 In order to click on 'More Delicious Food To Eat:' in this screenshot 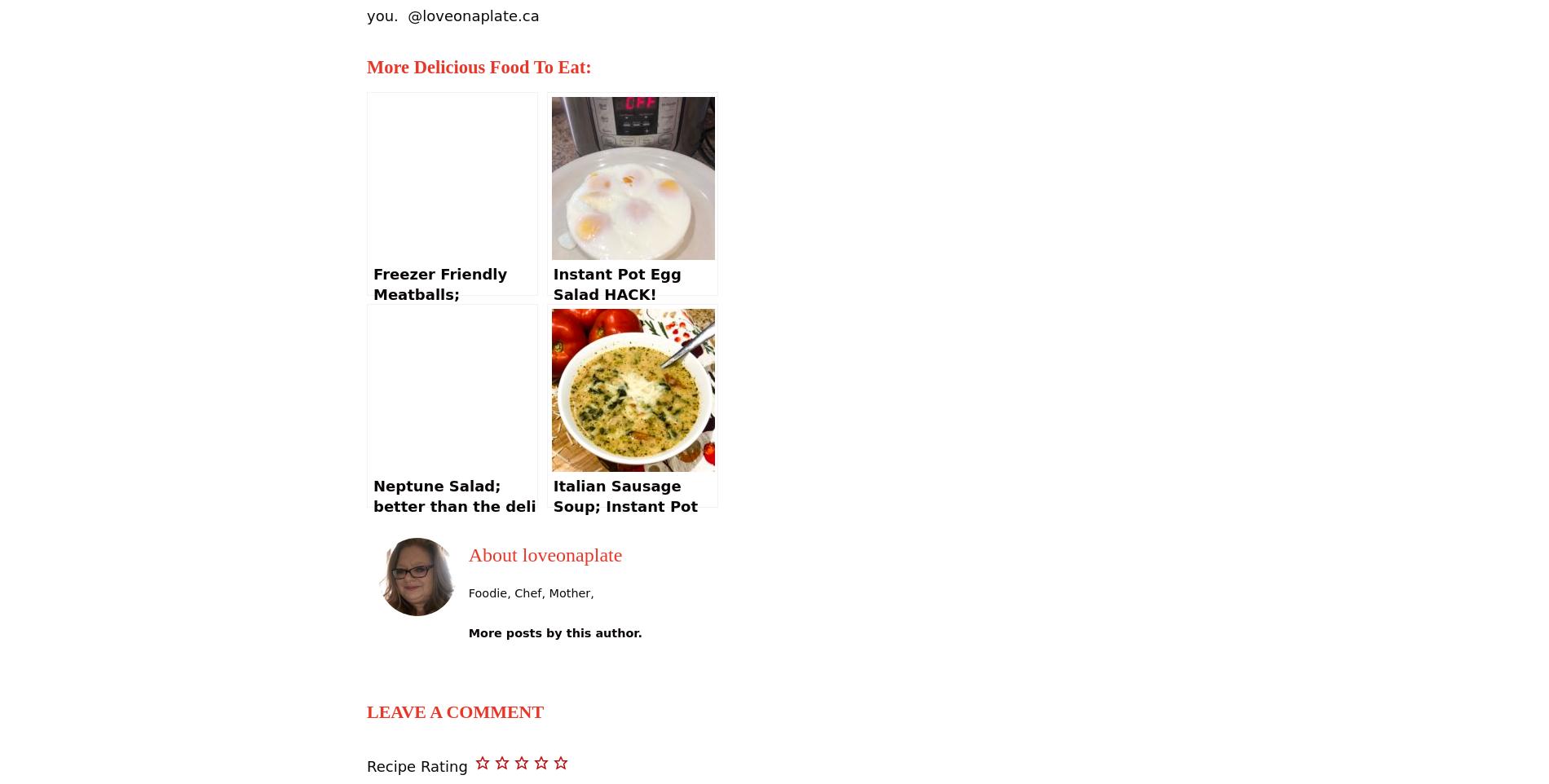, I will do `click(365, 67)`.